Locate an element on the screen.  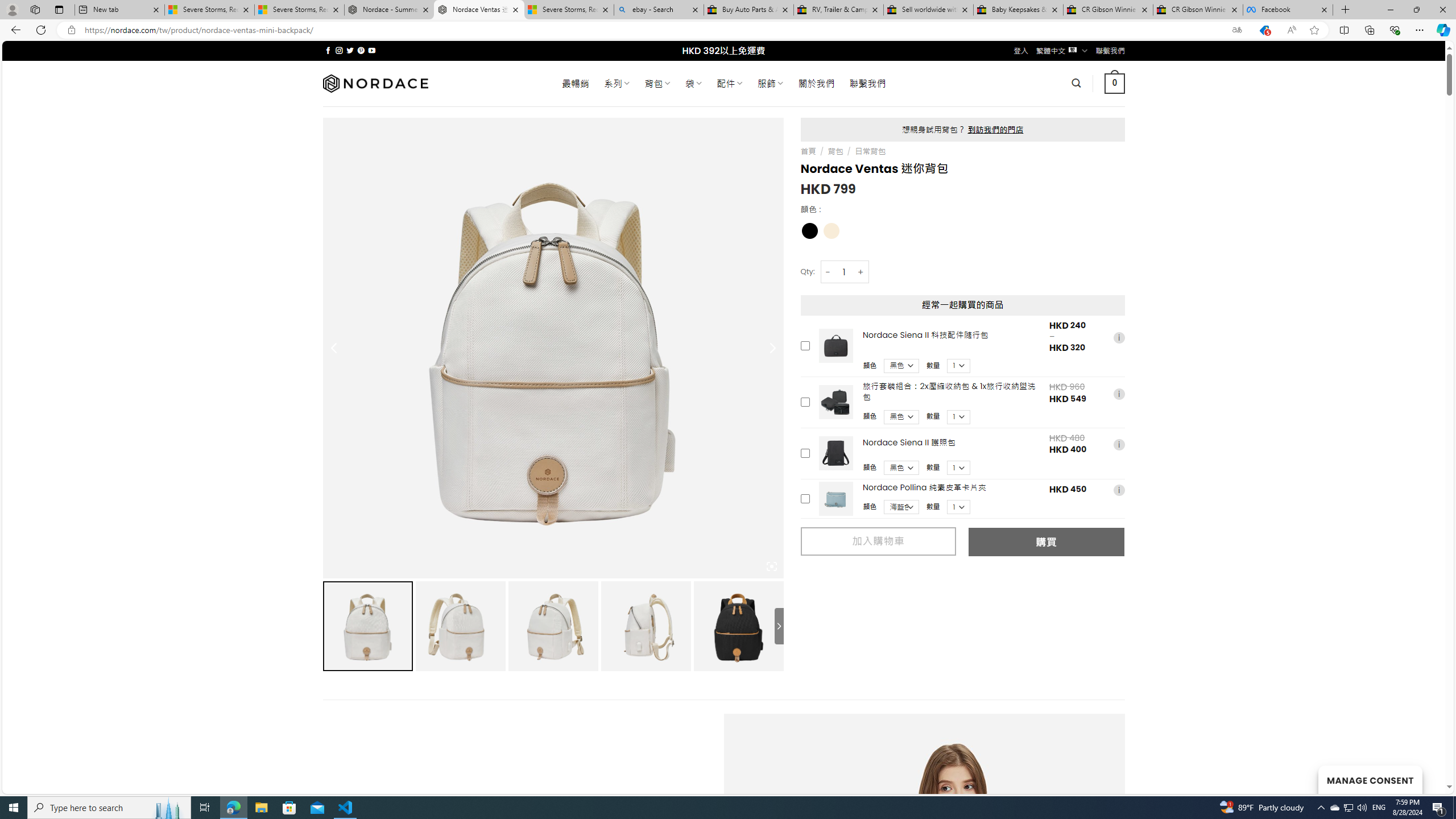
'Follow on YouTube' is located at coordinates (371, 50).